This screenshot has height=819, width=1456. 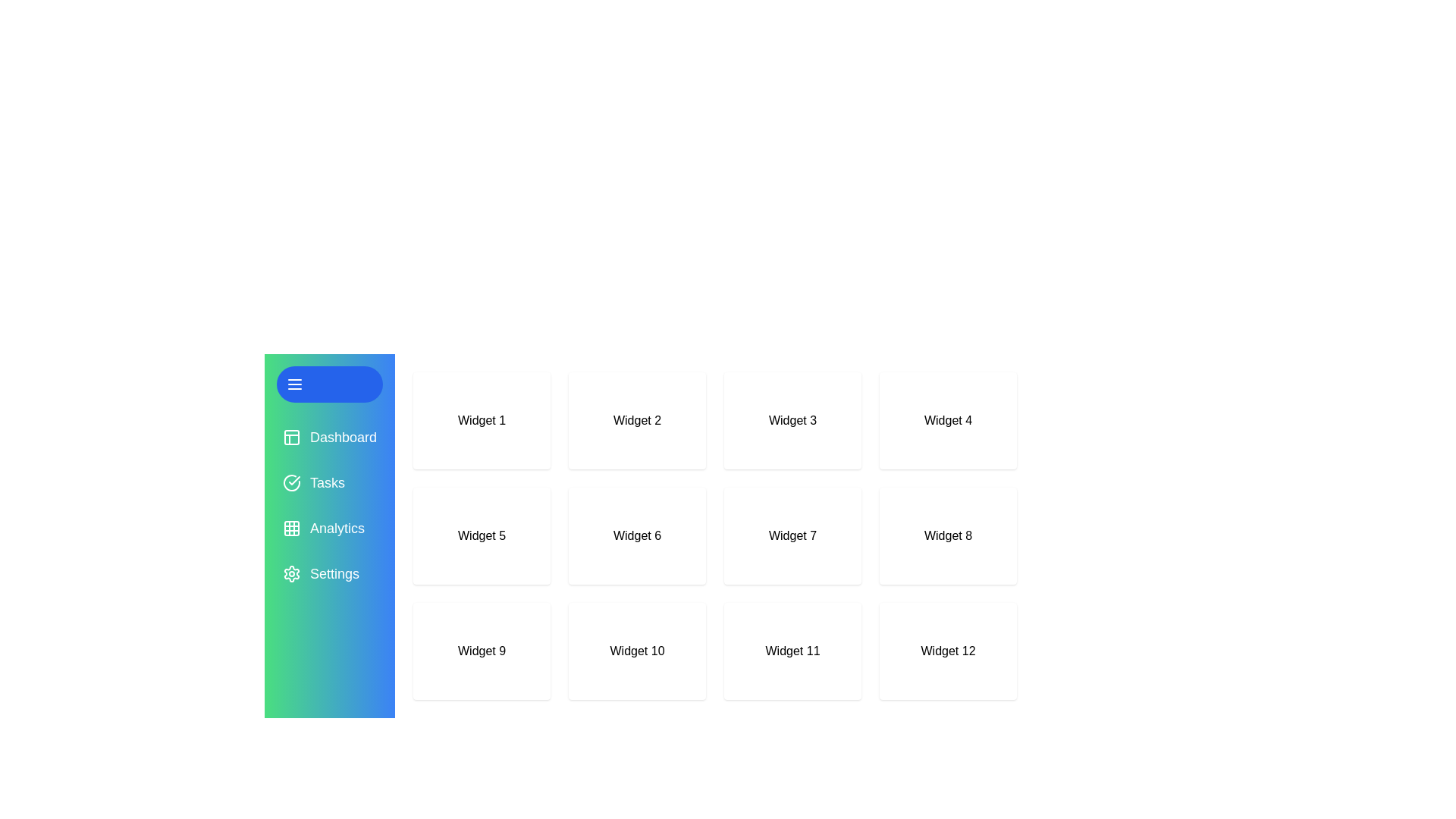 I want to click on the navigation menu item Analytics, so click(x=329, y=528).